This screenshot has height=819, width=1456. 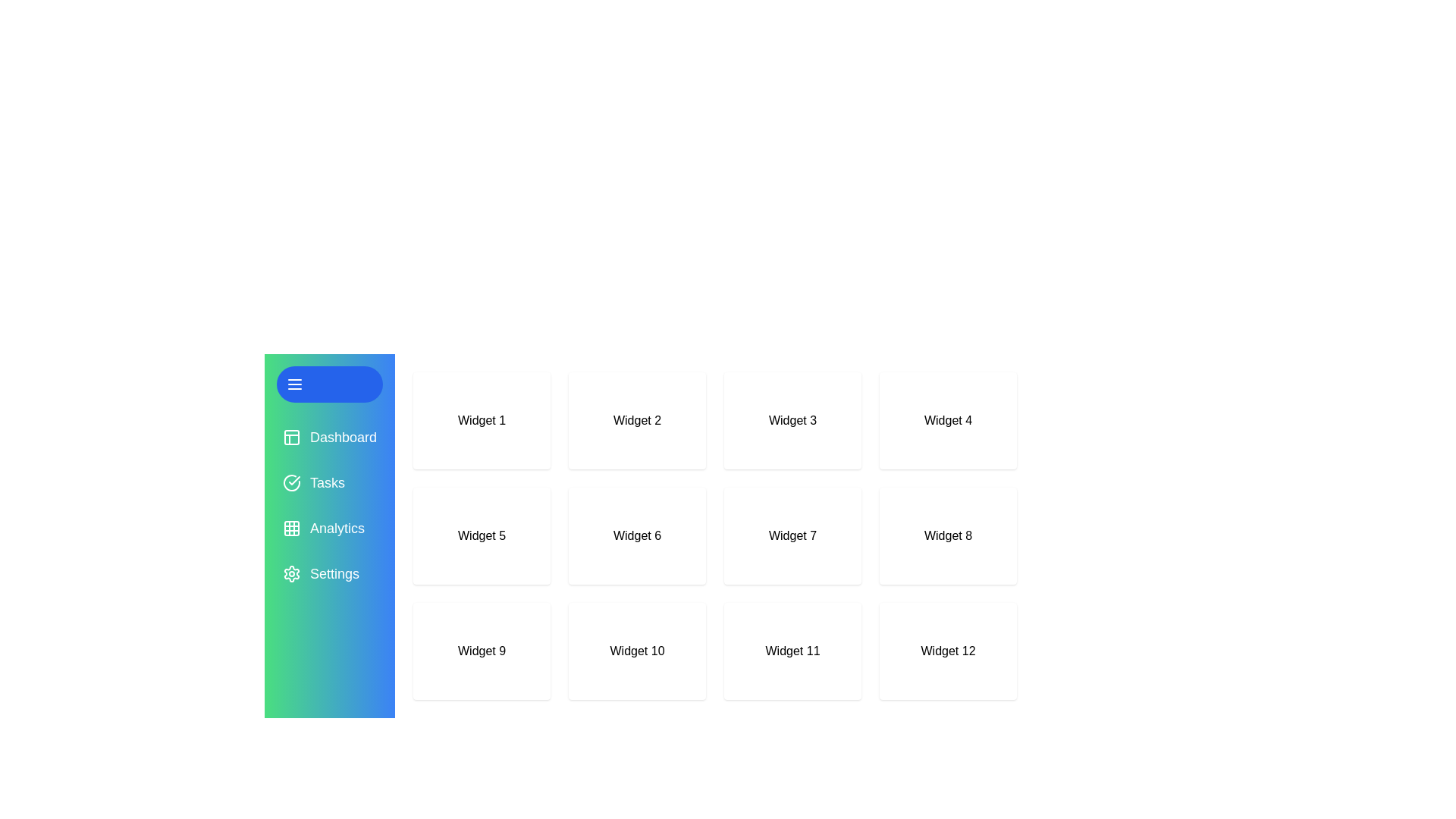 I want to click on the navigation menu item Analytics, so click(x=329, y=528).